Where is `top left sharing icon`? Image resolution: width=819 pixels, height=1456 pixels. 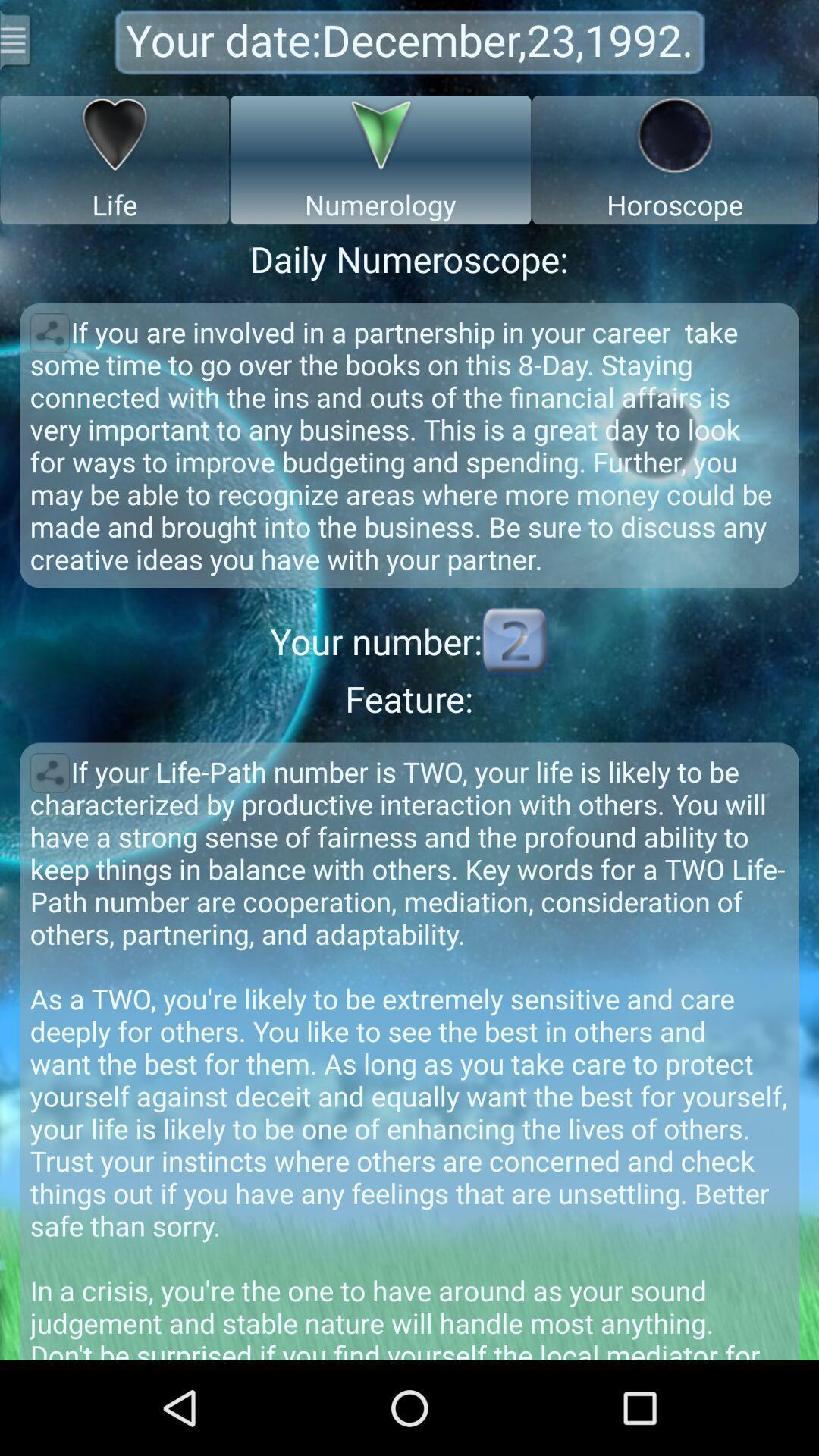
top left sharing icon is located at coordinates (49, 332).